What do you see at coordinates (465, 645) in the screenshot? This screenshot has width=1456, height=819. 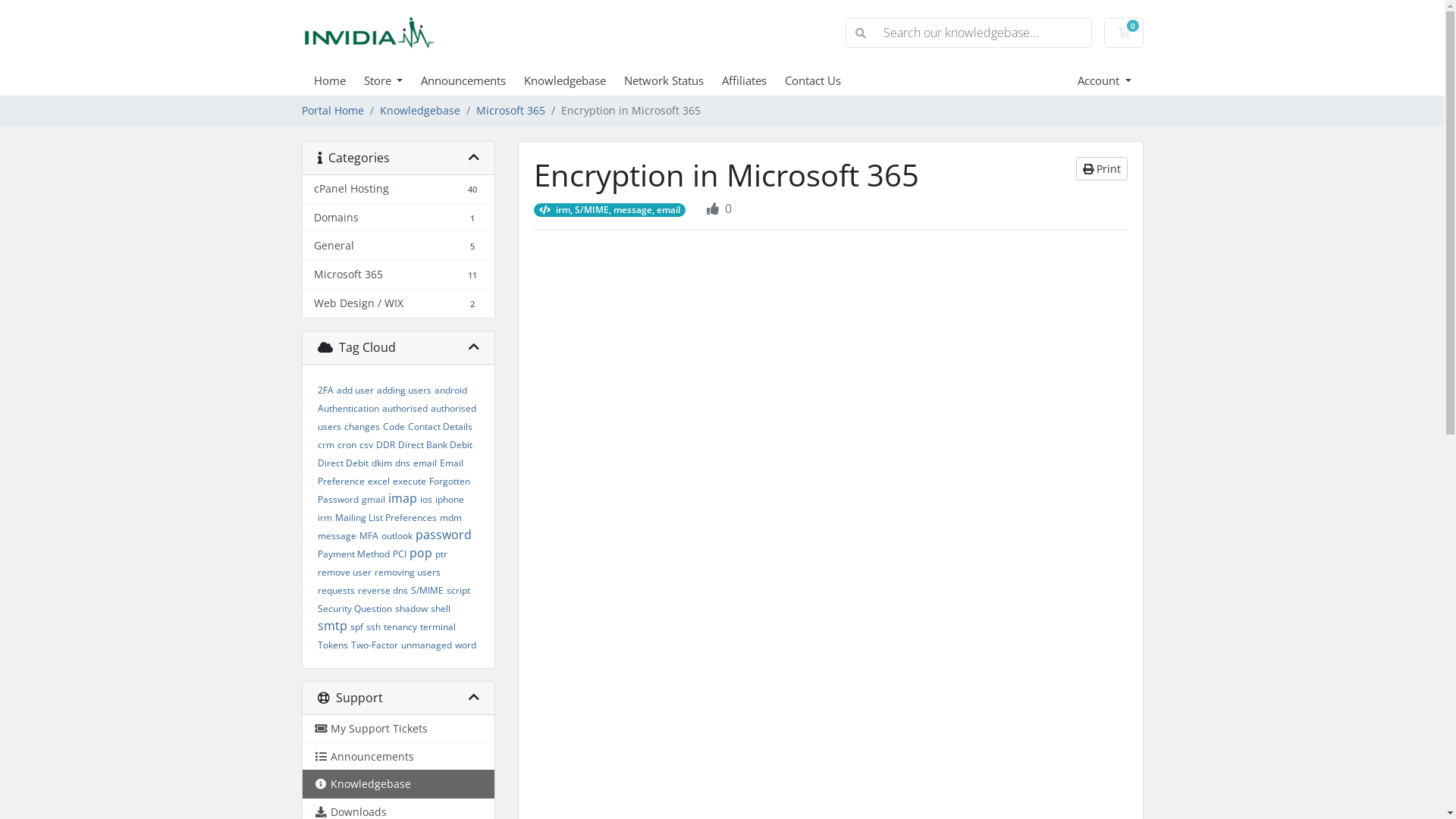 I see `'word'` at bounding box center [465, 645].